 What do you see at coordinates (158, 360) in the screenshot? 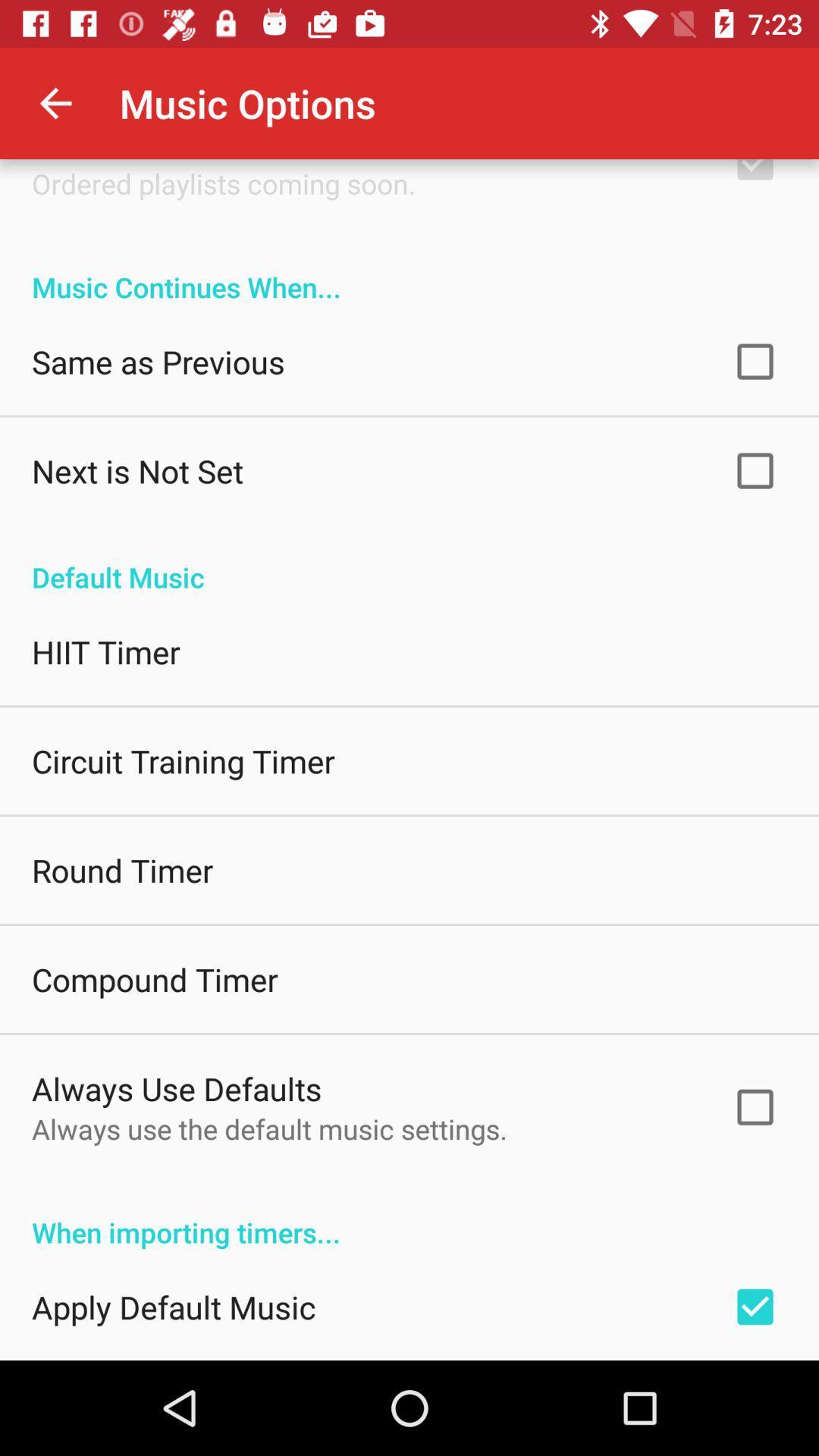
I see `the item above next is not icon` at bounding box center [158, 360].